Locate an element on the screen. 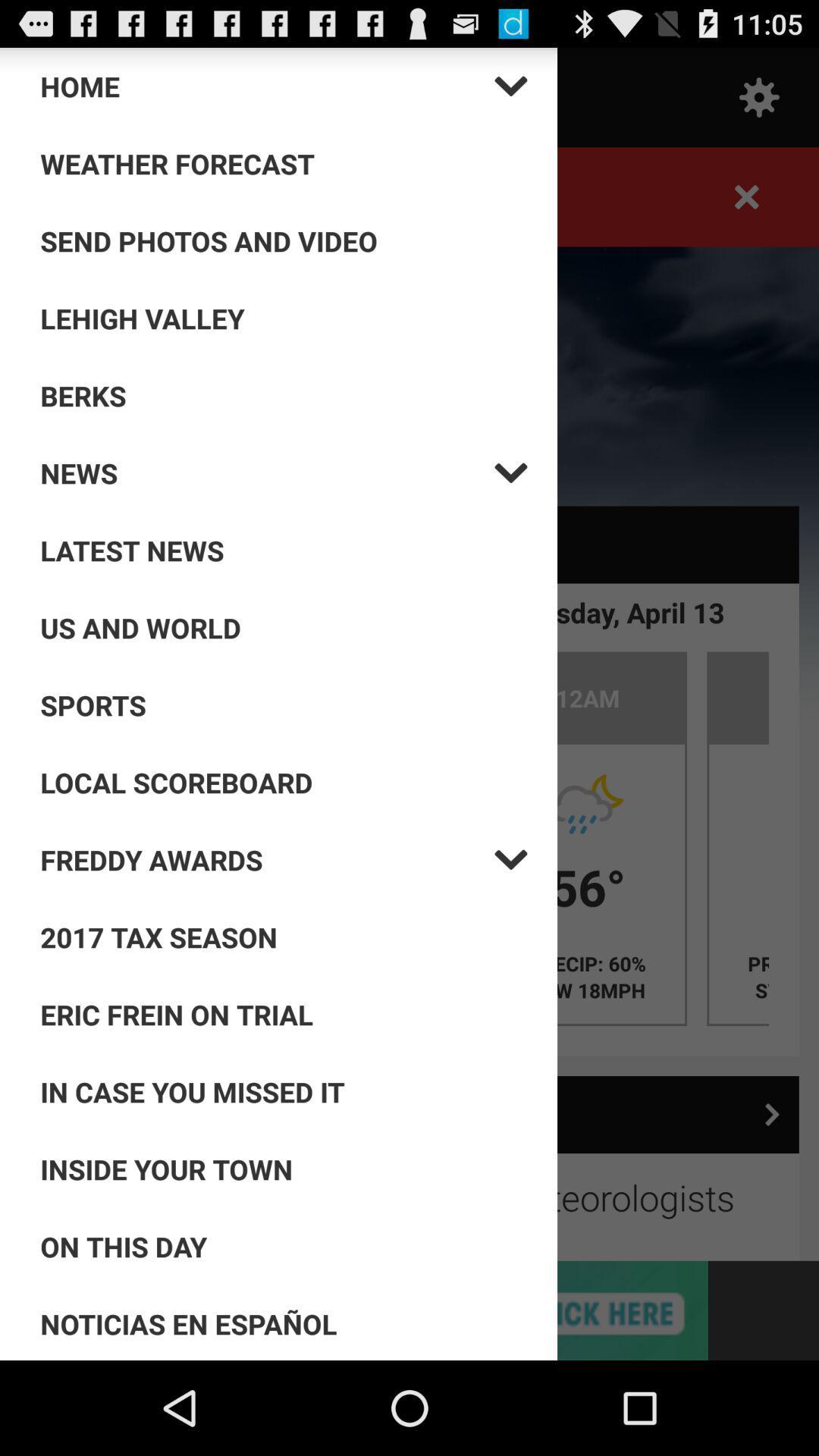  send photos and video is located at coordinates (284, 240).